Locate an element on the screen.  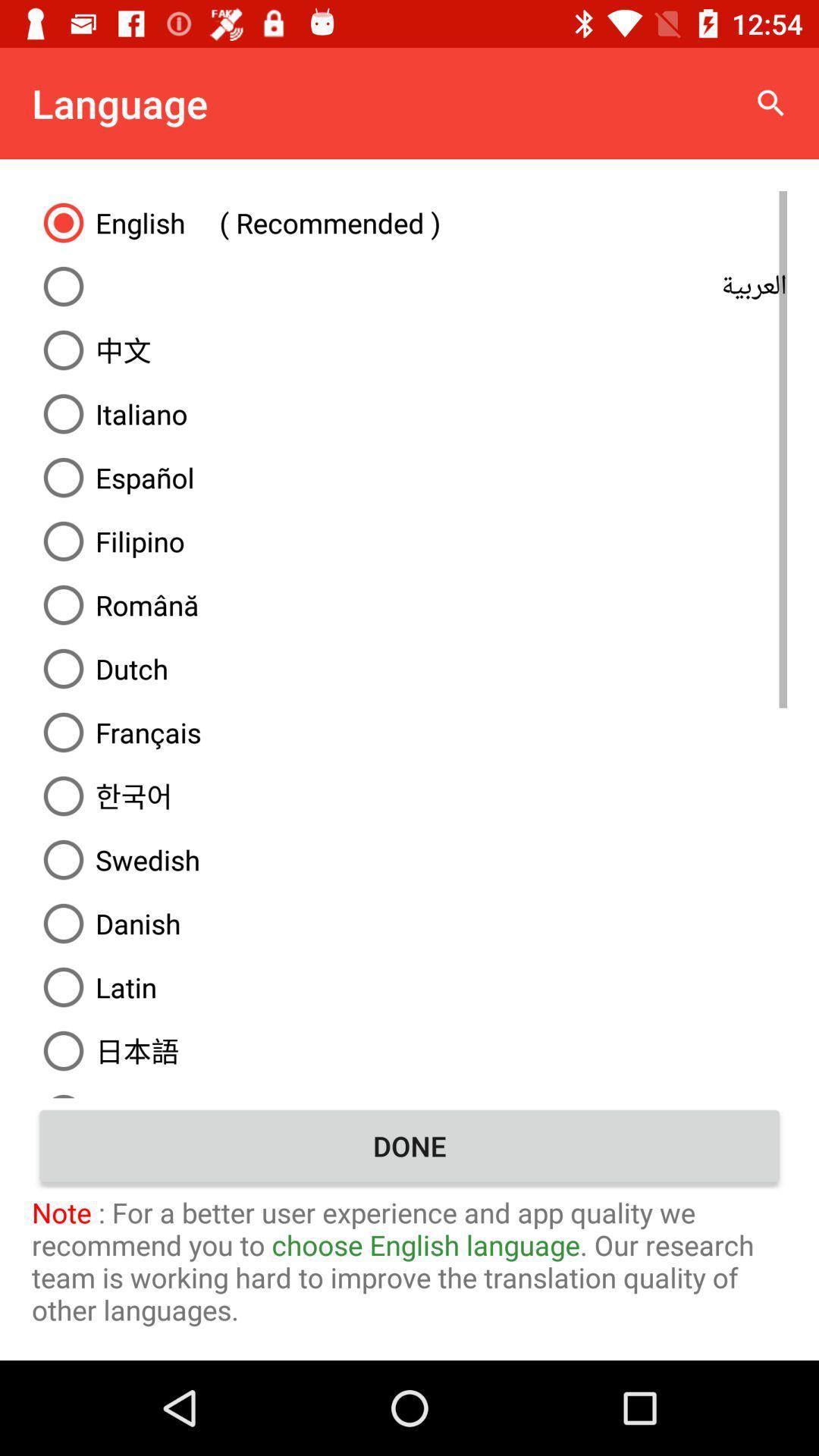
the swedish is located at coordinates (409, 859).